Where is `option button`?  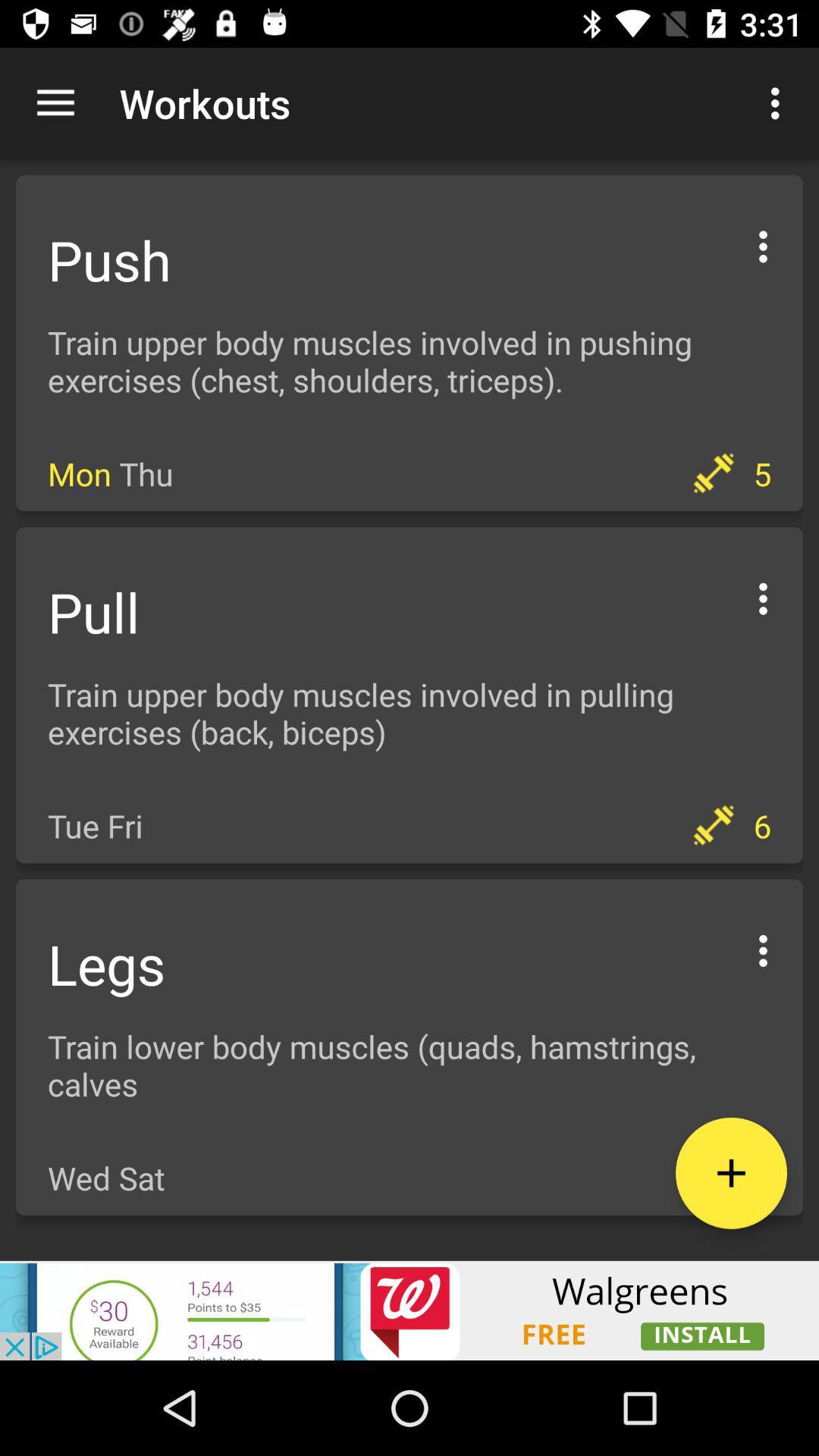 option button is located at coordinates (763, 595).